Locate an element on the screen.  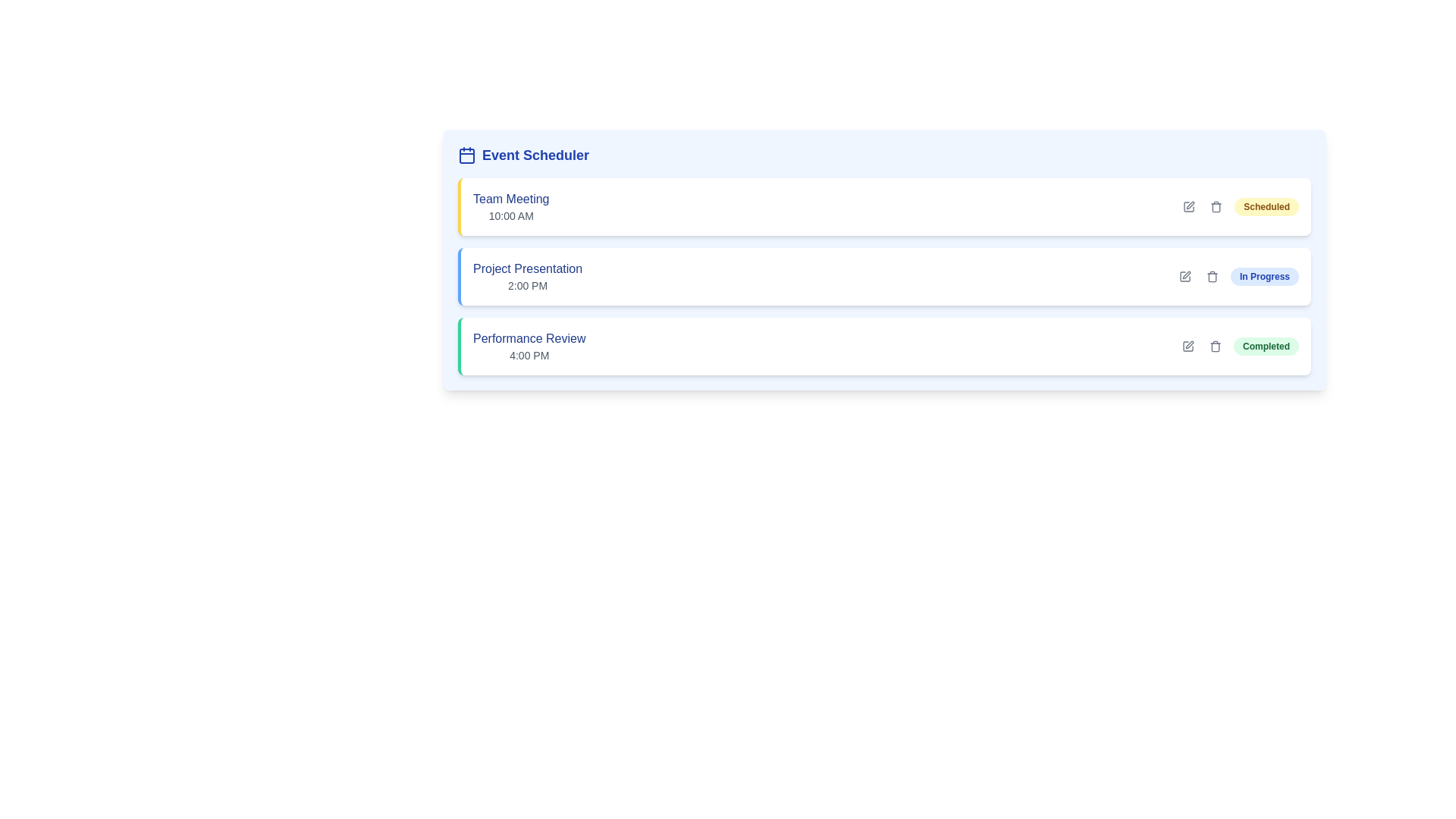
the edit icon button located to the right of the 'Team Meeting' label and before the 'Scheduled' status indicator is located at coordinates (1188, 207).